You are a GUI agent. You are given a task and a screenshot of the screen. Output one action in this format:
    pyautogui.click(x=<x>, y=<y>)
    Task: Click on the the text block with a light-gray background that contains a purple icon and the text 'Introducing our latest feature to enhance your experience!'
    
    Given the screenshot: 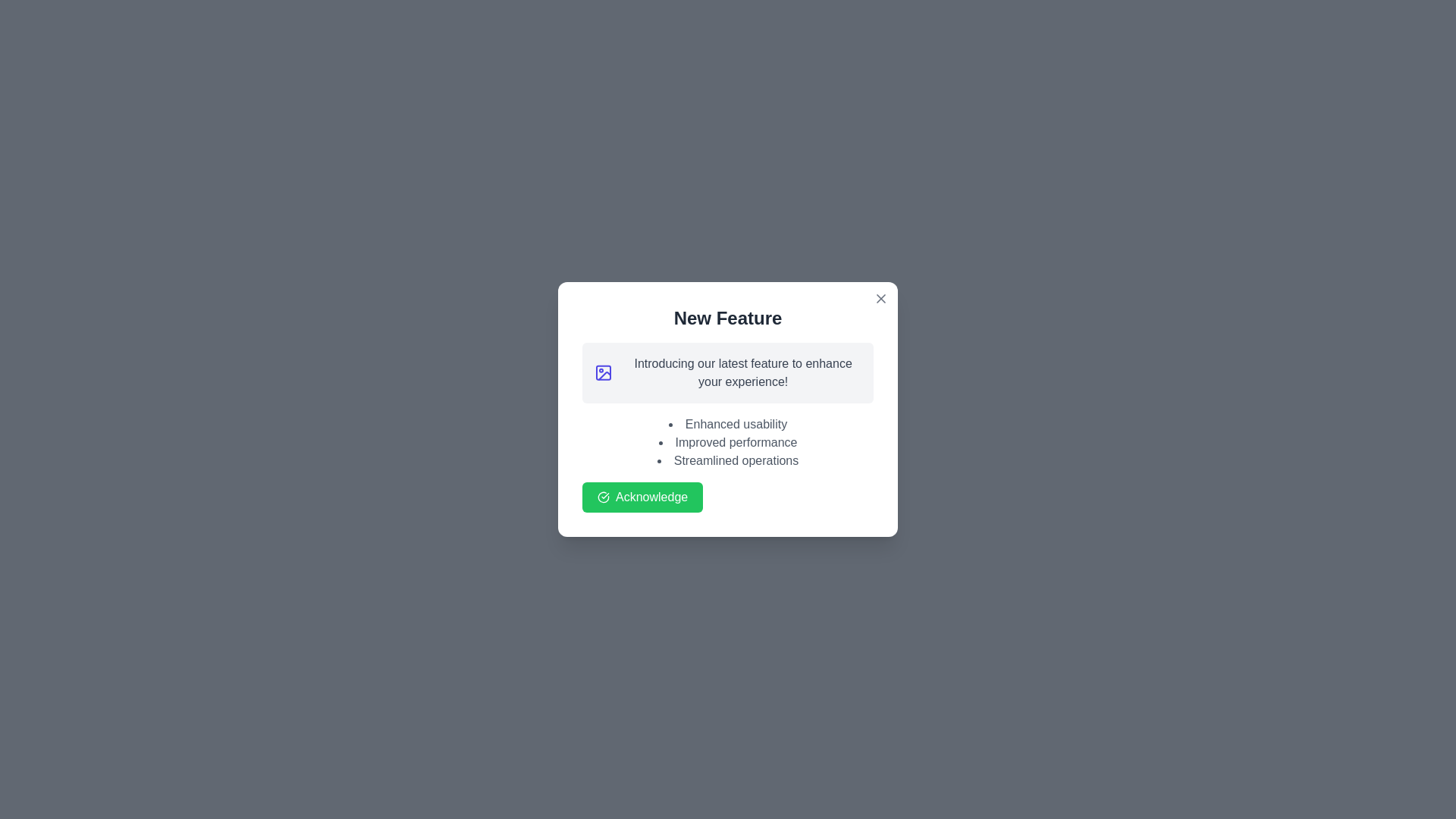 What is the action you would take?
    pyautogui.click(x=728, y=373)
    